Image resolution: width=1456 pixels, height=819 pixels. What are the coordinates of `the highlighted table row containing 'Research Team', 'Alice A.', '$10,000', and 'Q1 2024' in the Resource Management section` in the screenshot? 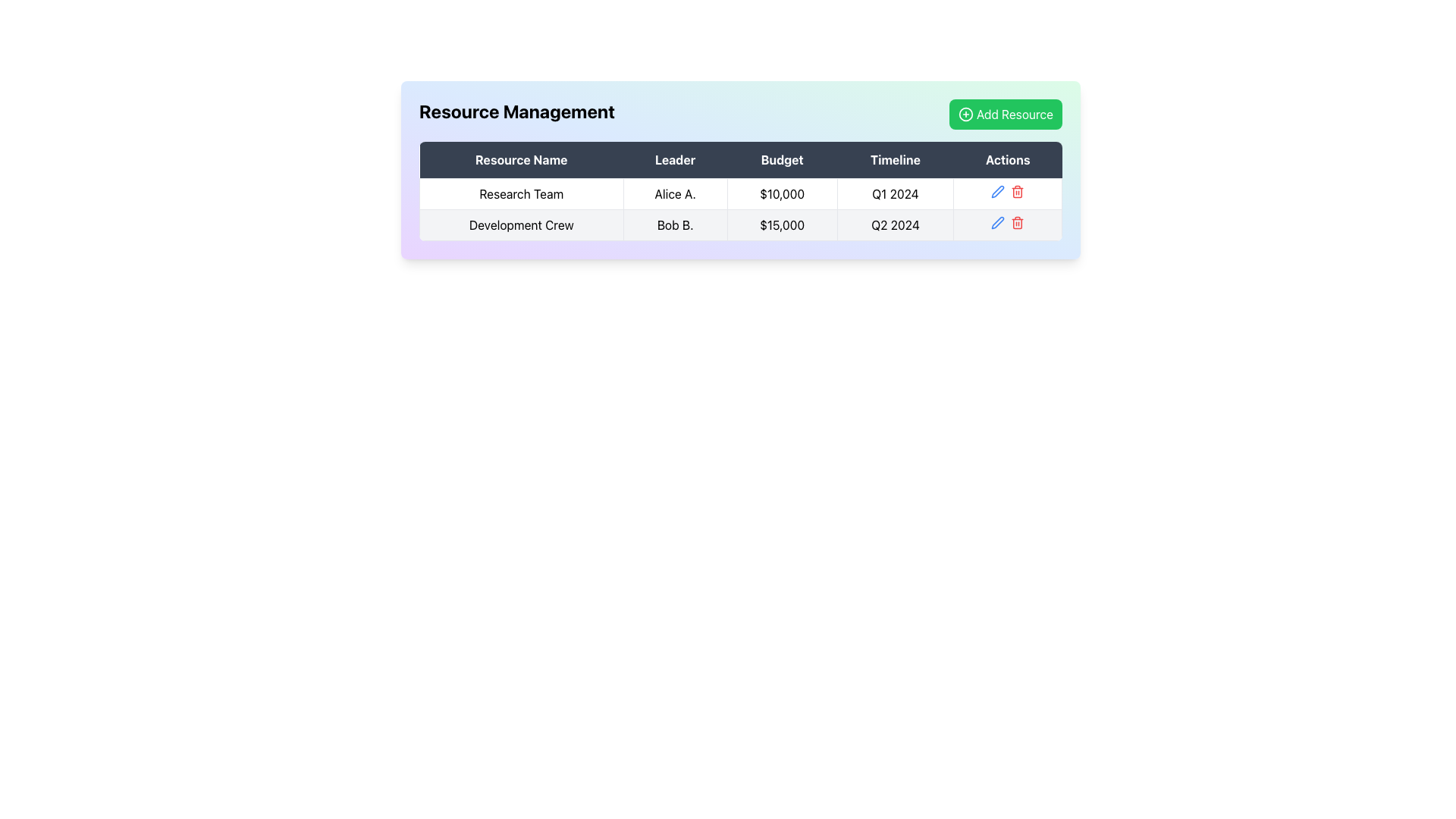 It's located at (741, 193).